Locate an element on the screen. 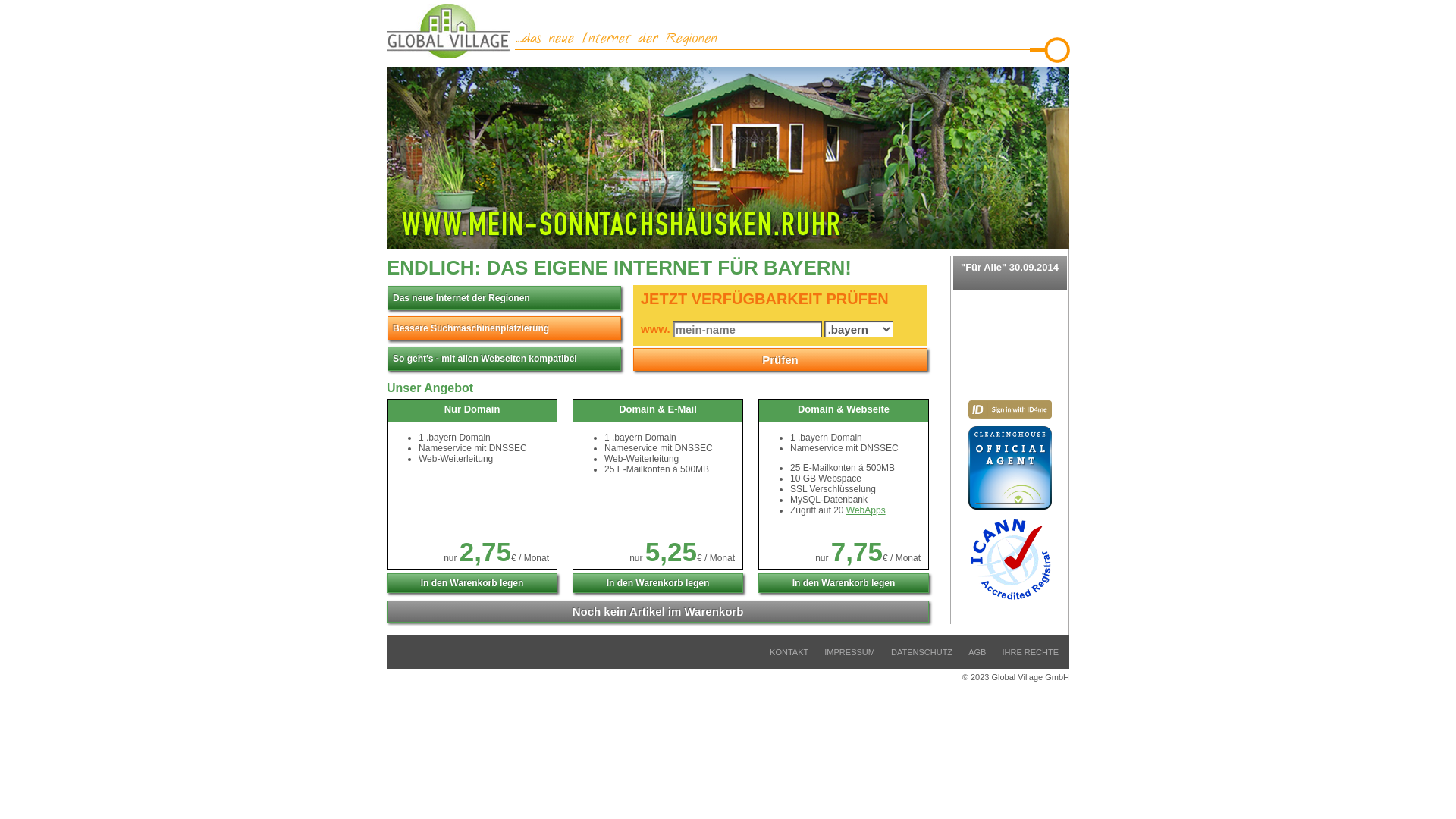 This screenshot has height=819, width=1456. 'DATENSCHUTZ' is located at coordinates (921, 651).